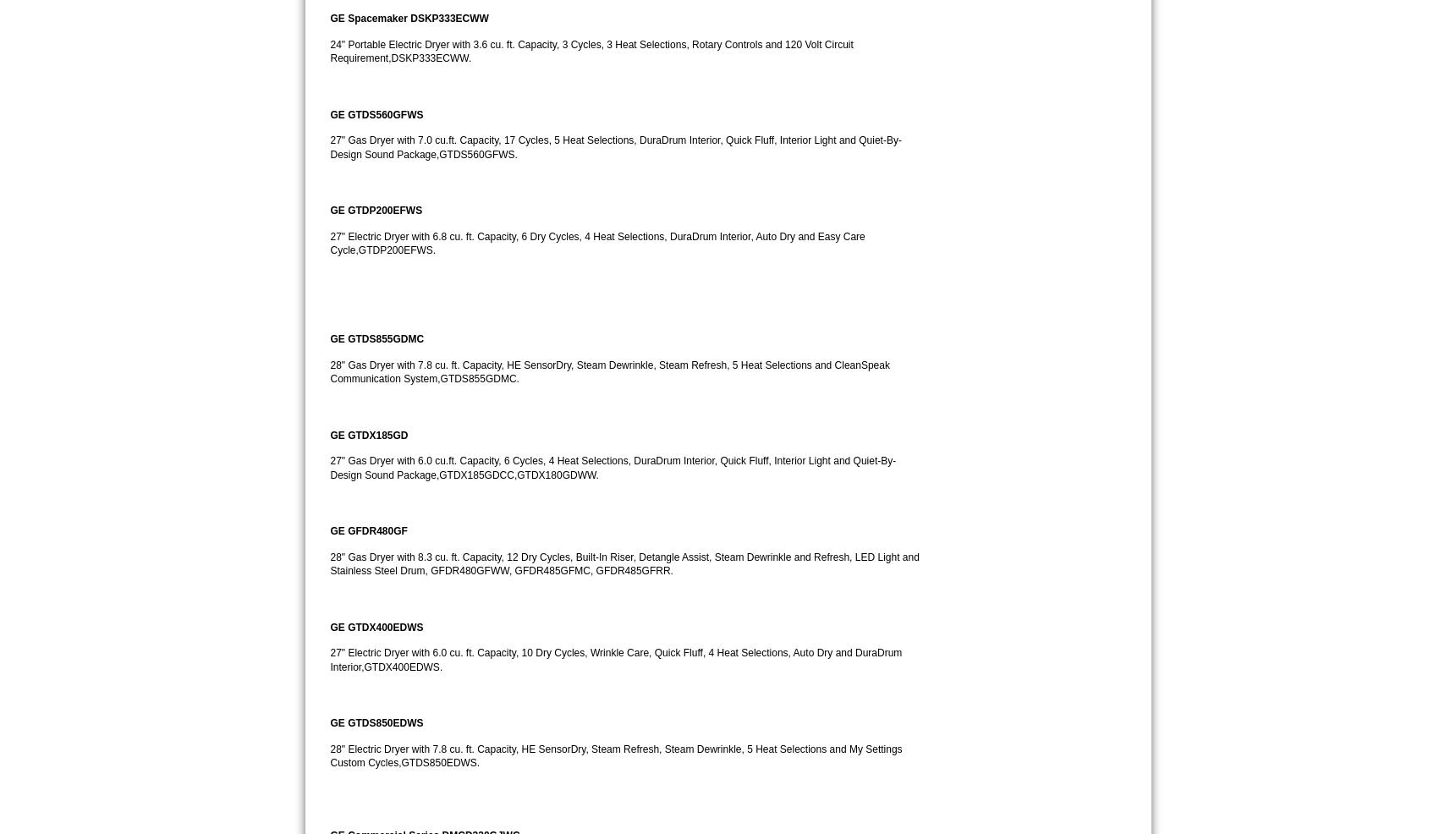 Image resolution: width=1456 pixels, height=834 pixels. What do you see at coordinates (626, 562) in the screenshot?
I see `'28" Gas Dryer with 8.3 cu. ft. Capacity, 12 Dry Cycles, Built-In Riser, Detangle Assist, Steam Dewrinkle and Refresh, LED Light and Stainless Steel Drum, GFDR480GFWW, GFDR485GFMC, GFDR485GFRR.'` at bounding box center [626, 562].